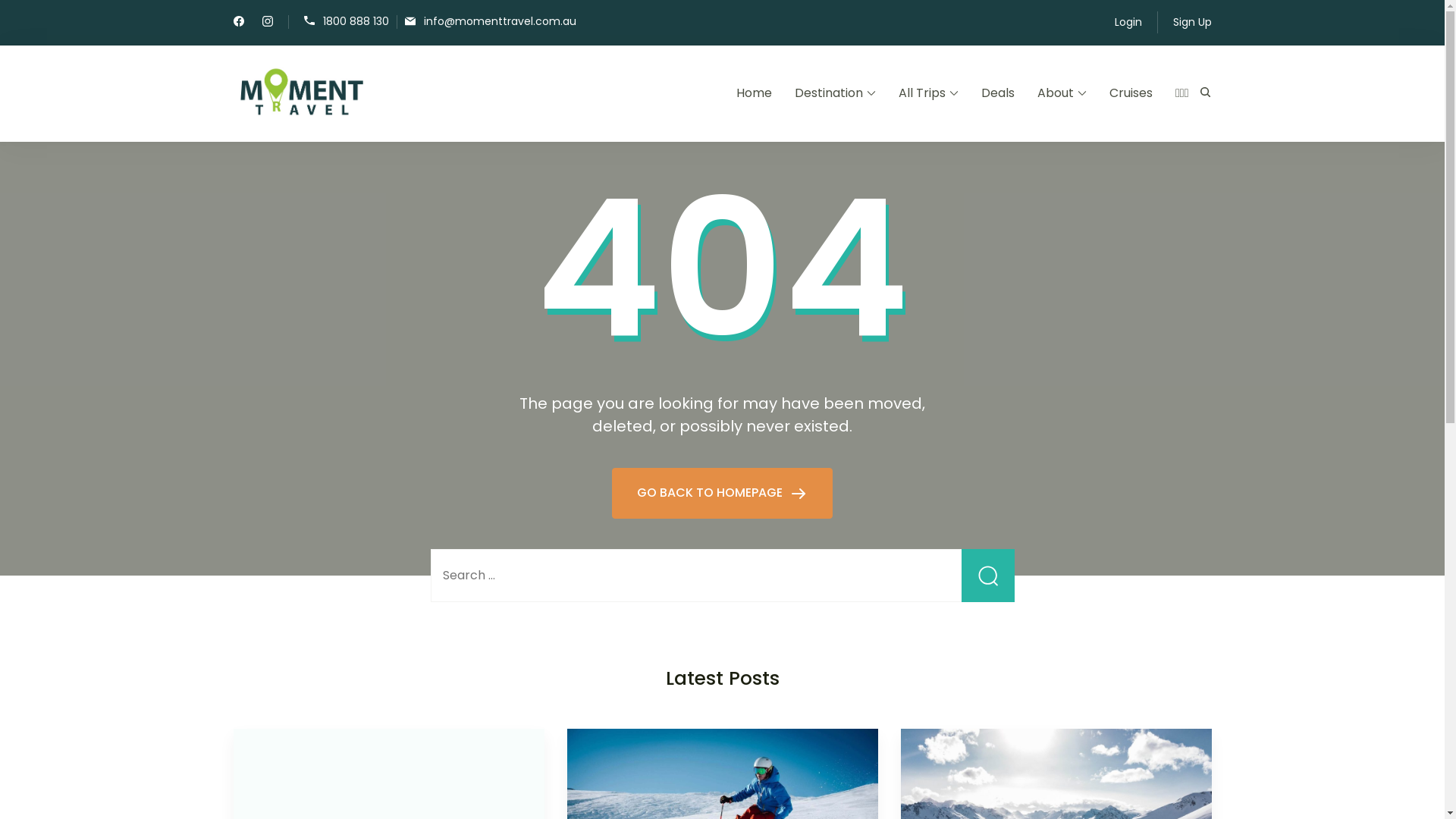 The width and height of the screenshot is (1456, 819). Describe the element at coordinates (899, 93) in the screenshot. I see `'All Trips'` at that location.